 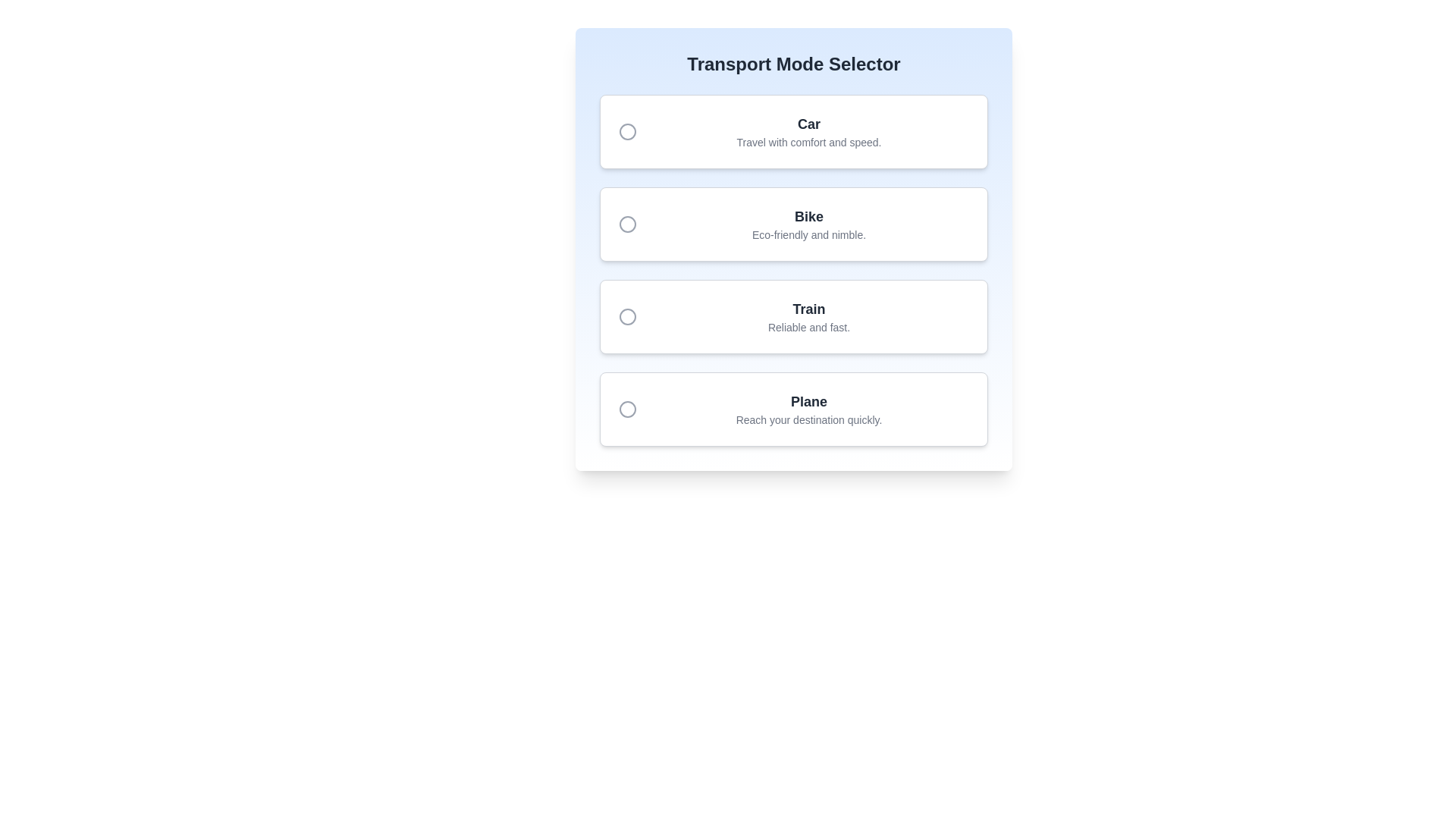 What do you see at coordinates (808, 234) in the screenshot?
I see `the descriptive label text located directly below the header text 'Bike' in the second option block of the 'Transport Mode Selector' interface` at bounding box center [808, 234].